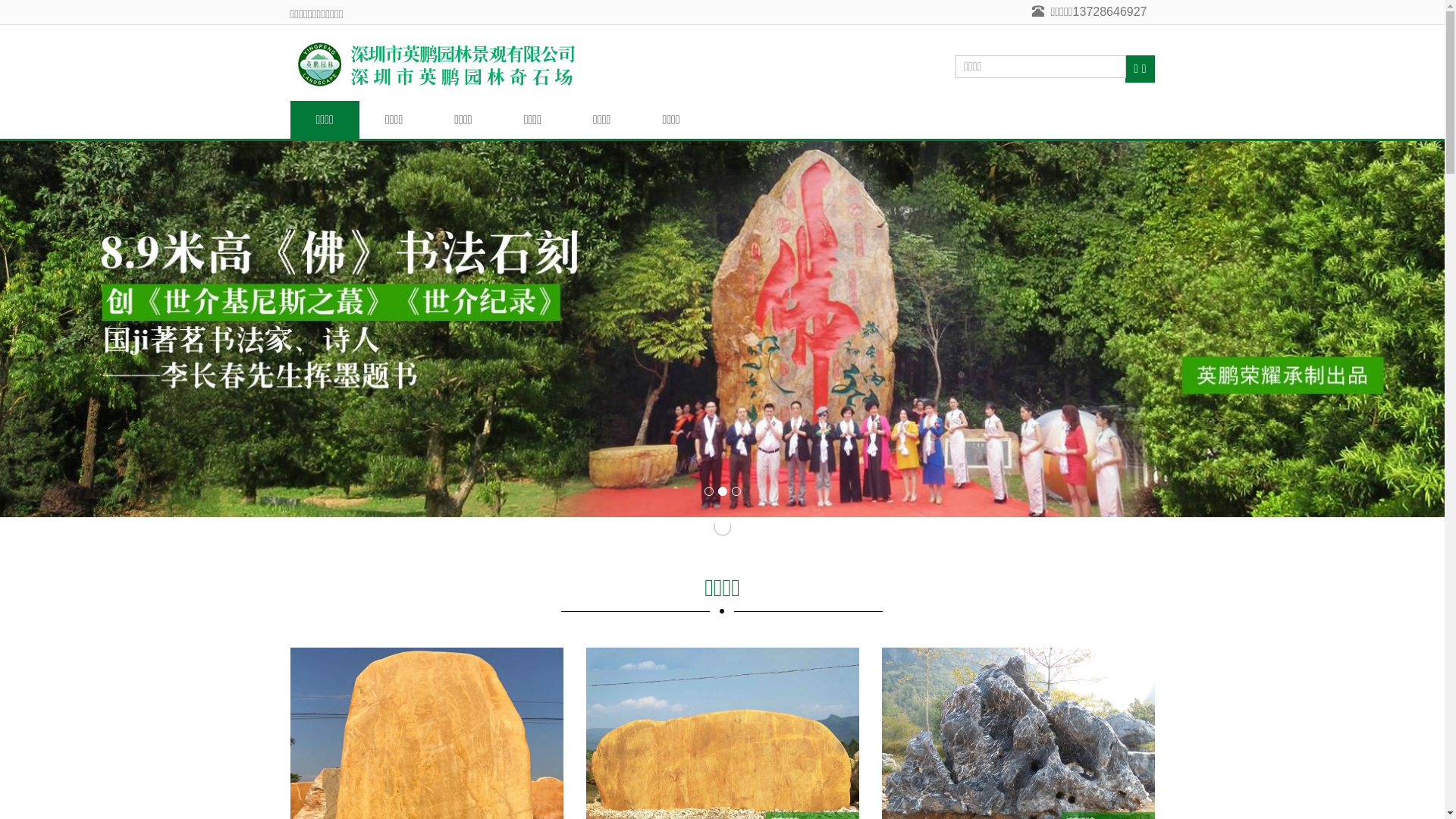 Image resolution: width=1456 pixels, height=819 pixels. Describe the element at coordinates (735, 491) in the screenshot. I see `'3'` at that location.